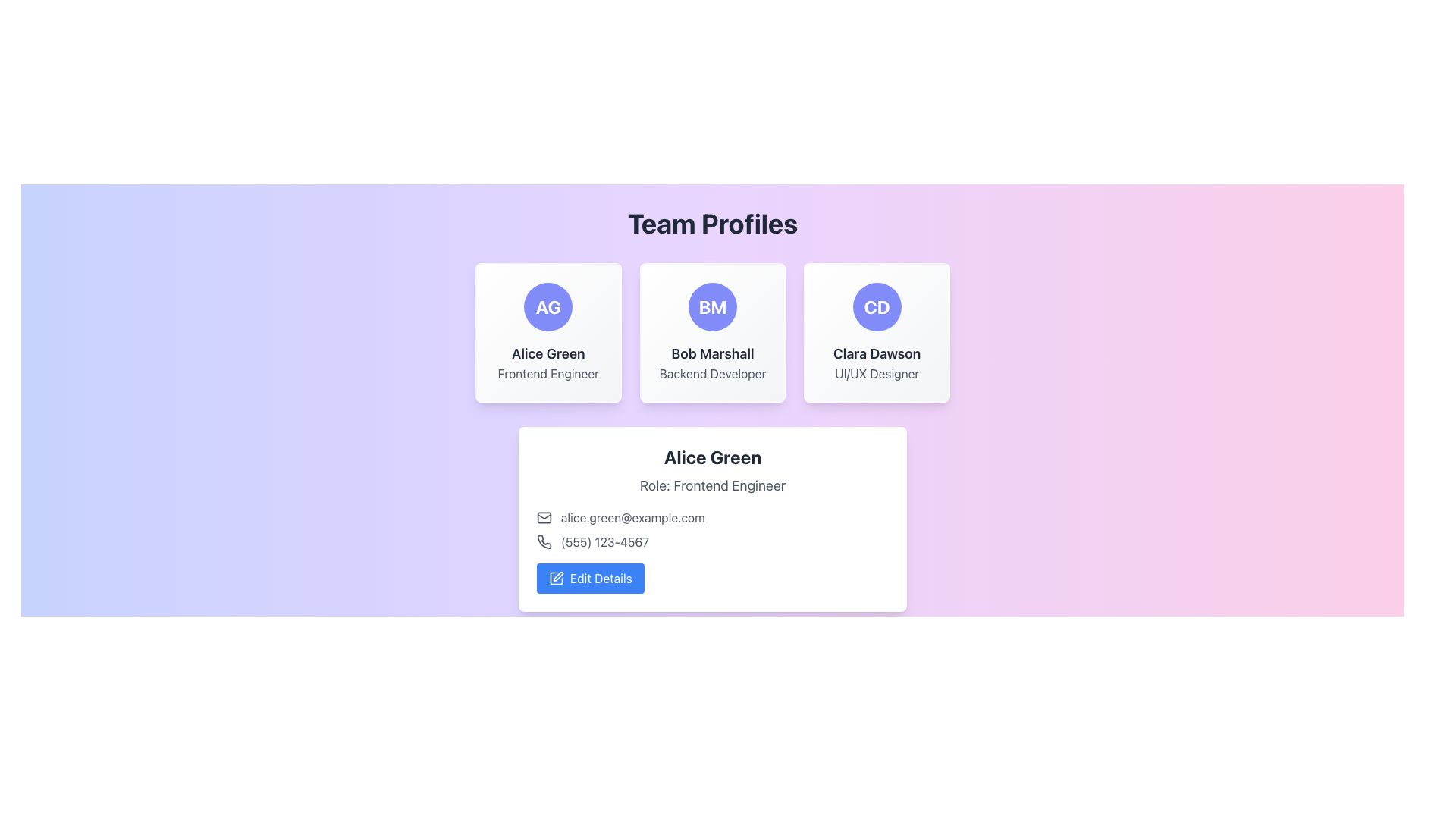 The width and height of the screenshot is (1456, 819). What do you see at coordinates (544, 516) in the screenshot?
I see `rectangular envelope background element that serves as the base of the mail icon for 'Alice Green' by hovering over it for debugging purposes` at bounding box center [544, 516].